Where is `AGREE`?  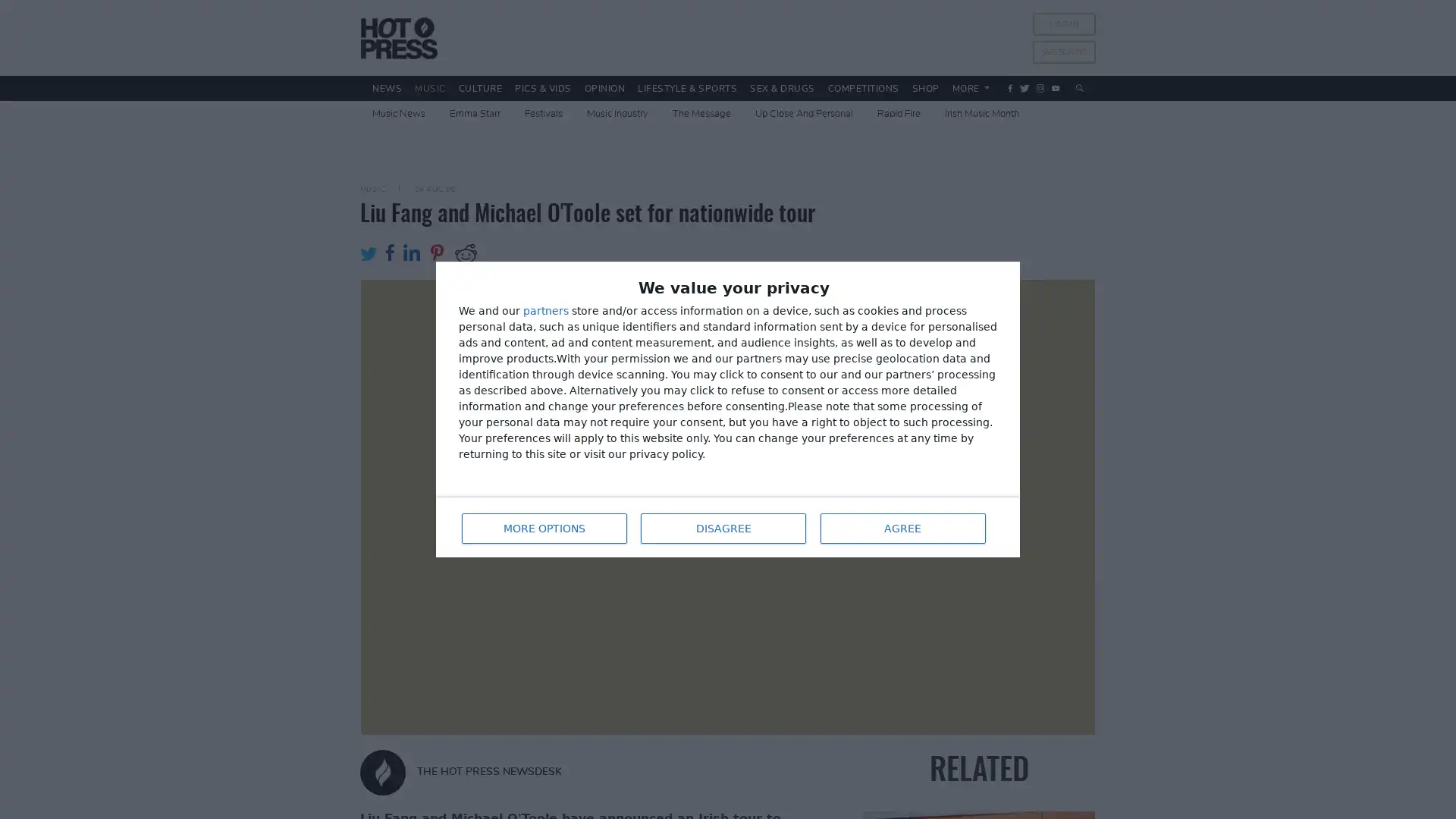
AGREE is located at coordinates (902, 526).